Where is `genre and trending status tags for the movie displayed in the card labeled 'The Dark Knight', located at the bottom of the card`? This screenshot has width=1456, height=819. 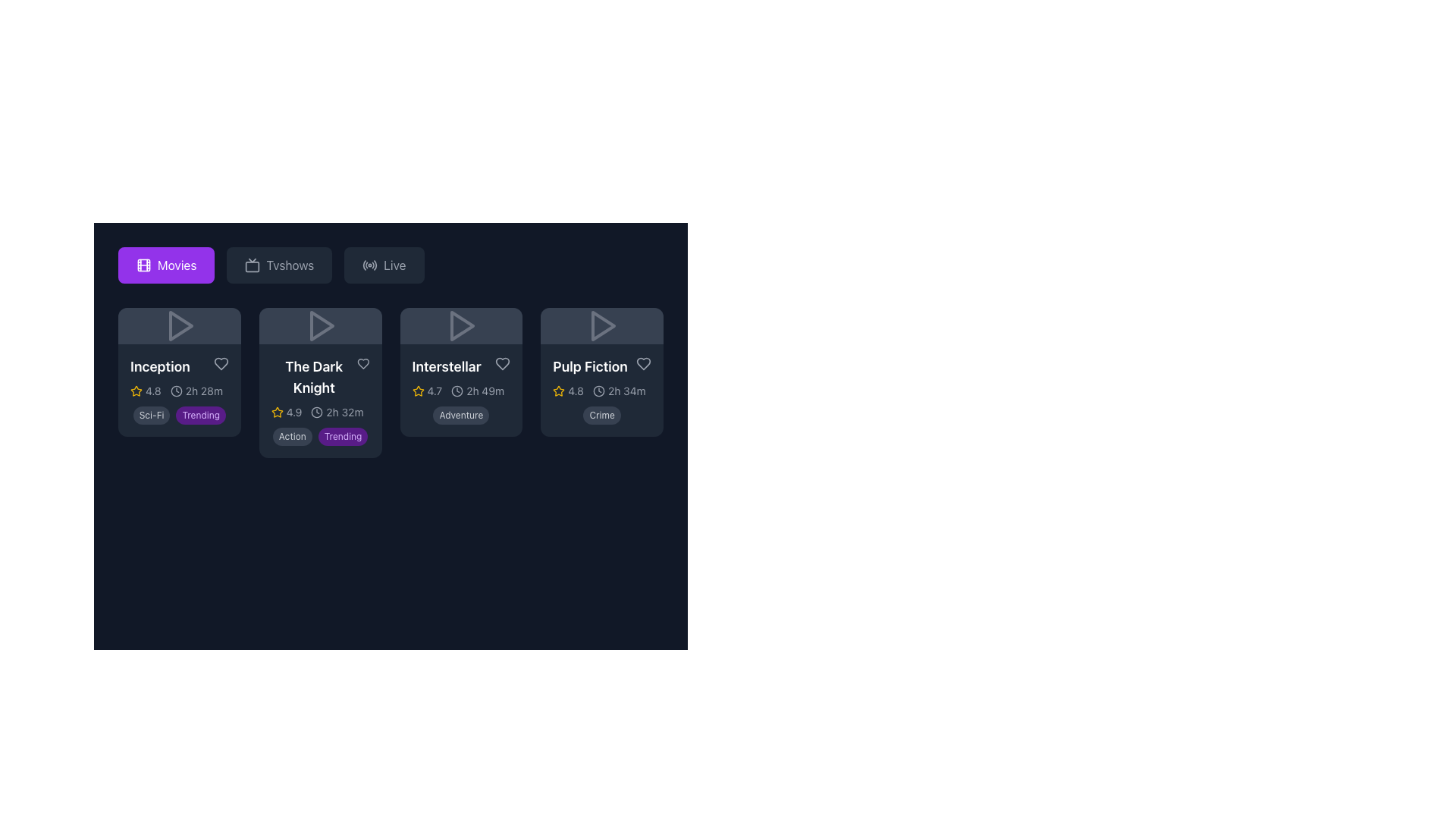
genre and trending status tags for the movie displayed in the card labeled 'The Dark Knight', located at the bottom of the card is located at coordinates (319, 435).